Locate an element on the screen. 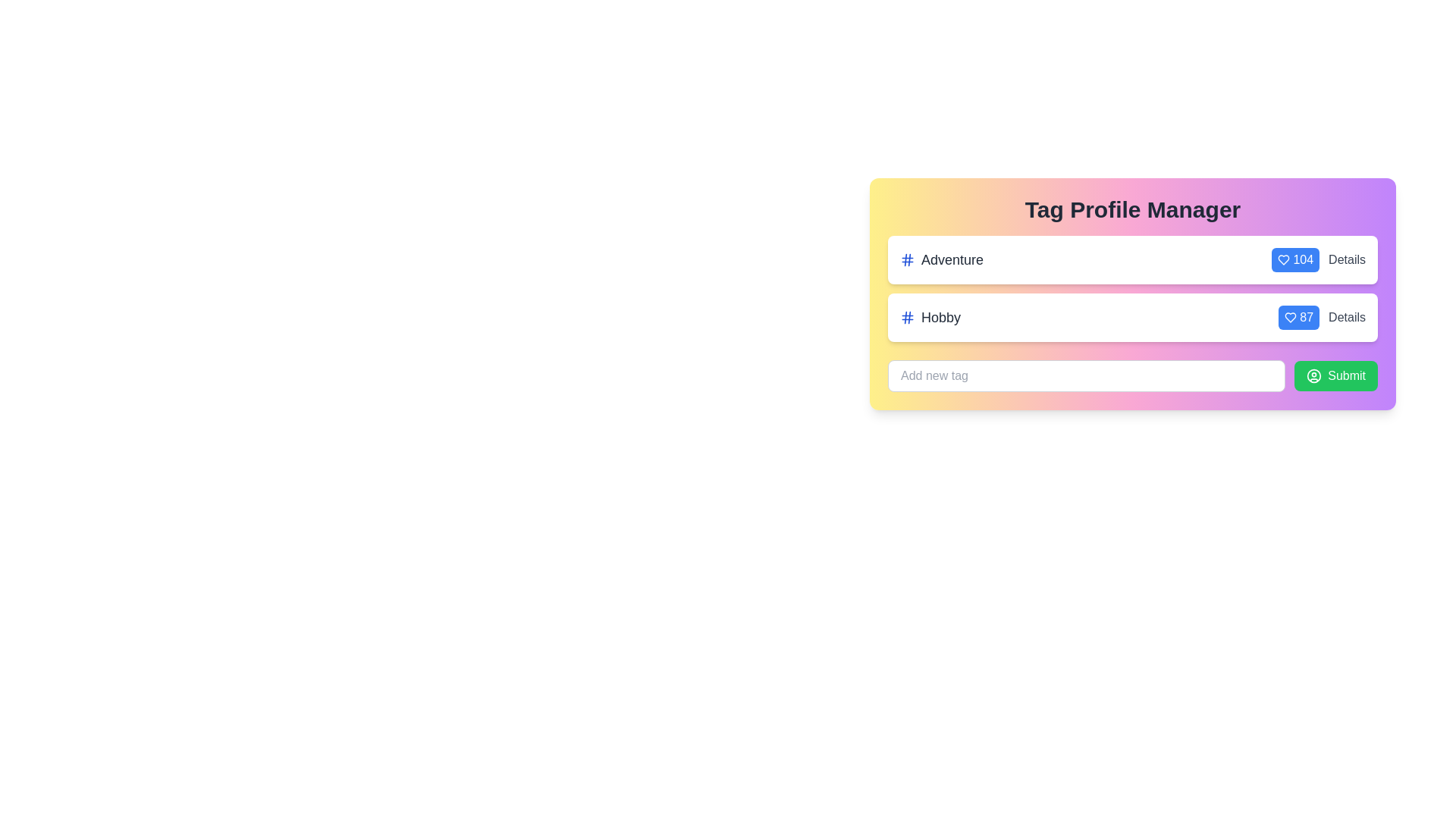 This screenshot has width=1456, height=819. the number '87' in the Hobby interactive element is located at coordinates (1321, 317).